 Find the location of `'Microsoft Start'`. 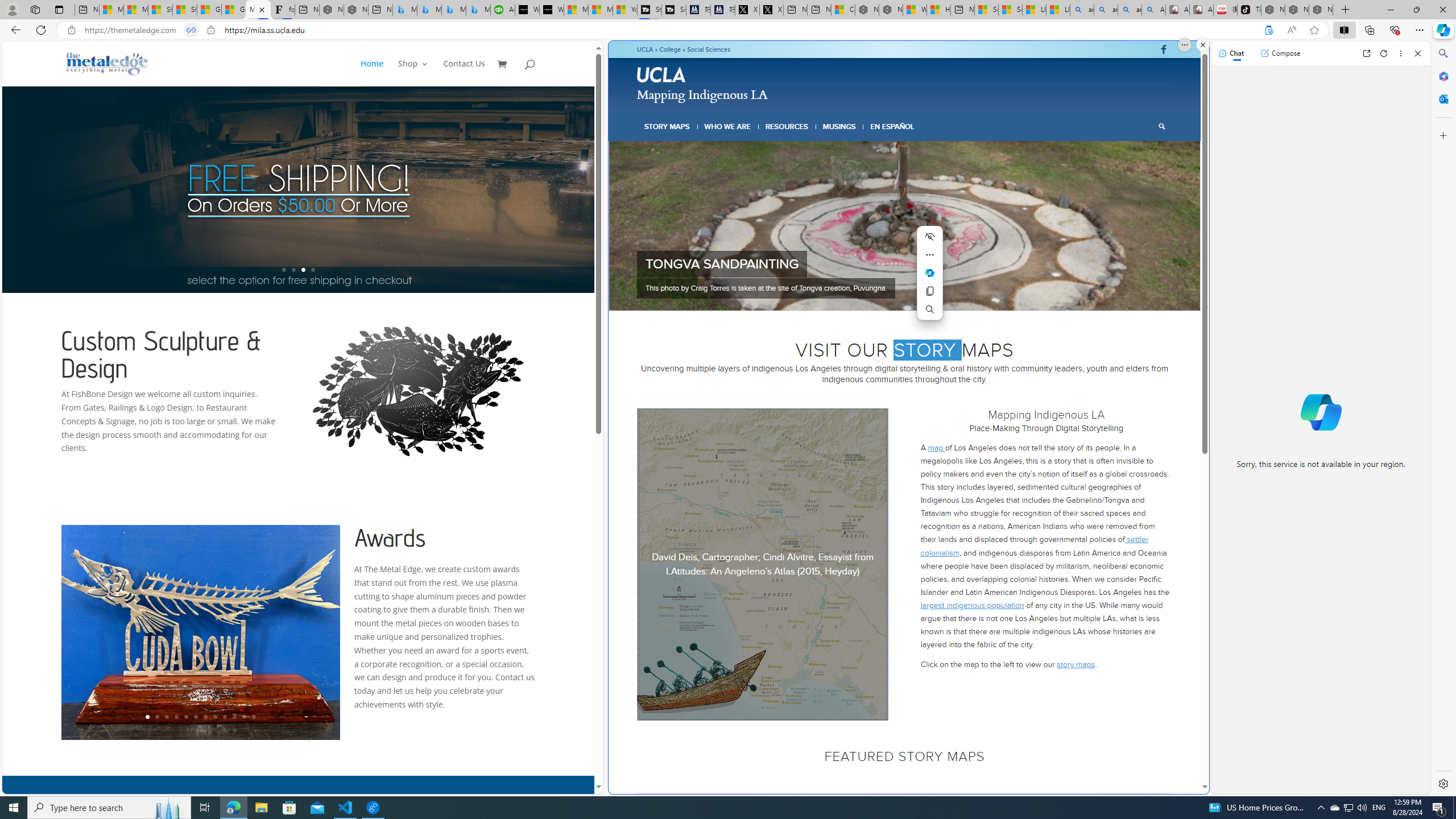

'Microsoft Start' is located at coordinates (600, 9).